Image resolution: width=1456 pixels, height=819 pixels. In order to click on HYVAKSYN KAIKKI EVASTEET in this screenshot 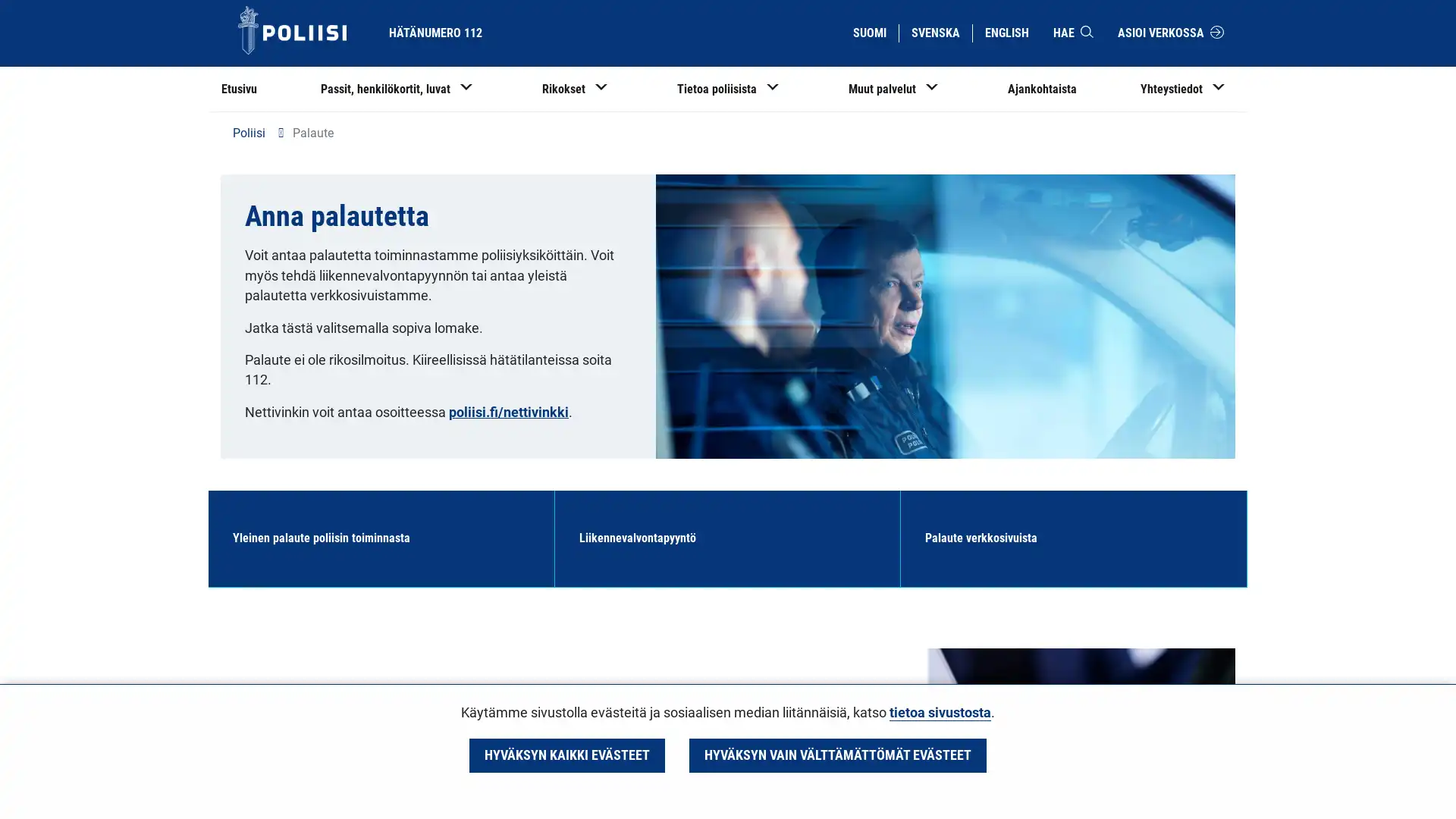, I will do `click(566, 755)`.